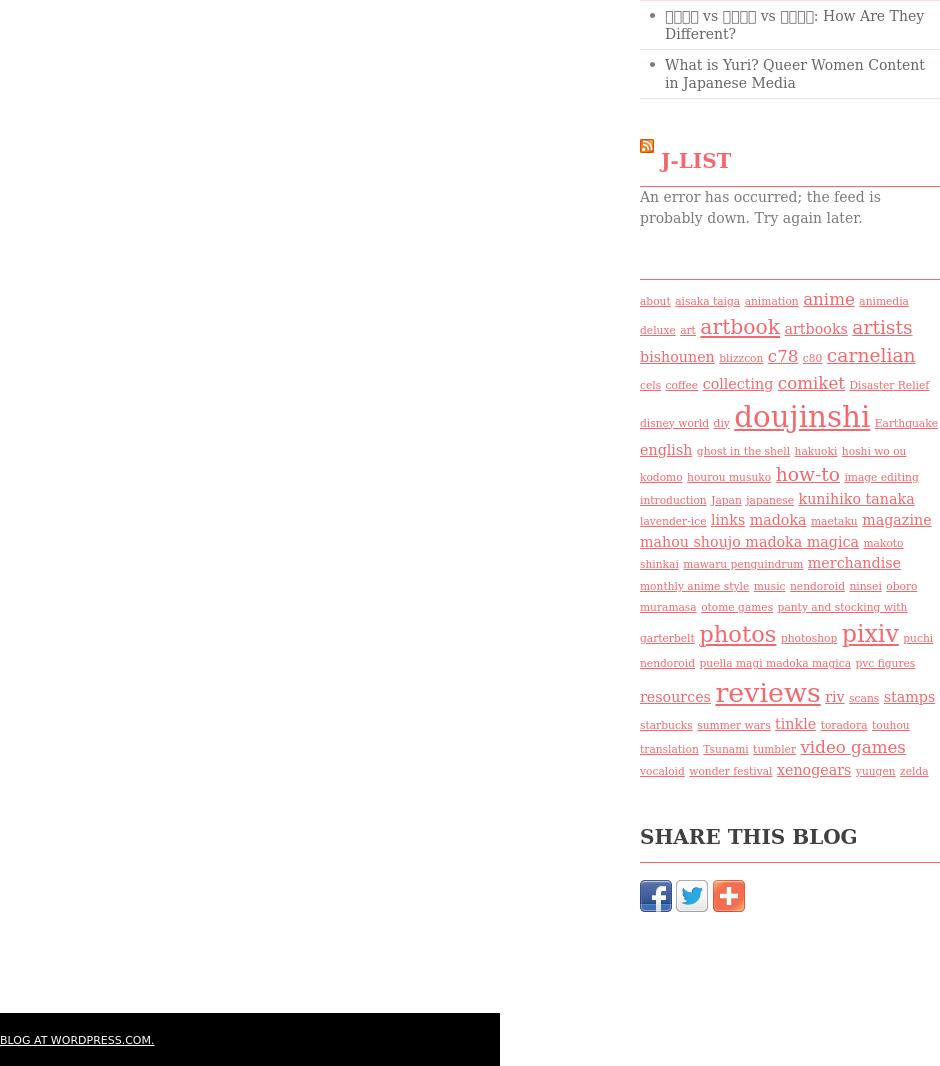 The image size is (940, 1066). Describe the element at coordinates (688, 770) in the screenshot. I see `'wonder festival'` at that location.